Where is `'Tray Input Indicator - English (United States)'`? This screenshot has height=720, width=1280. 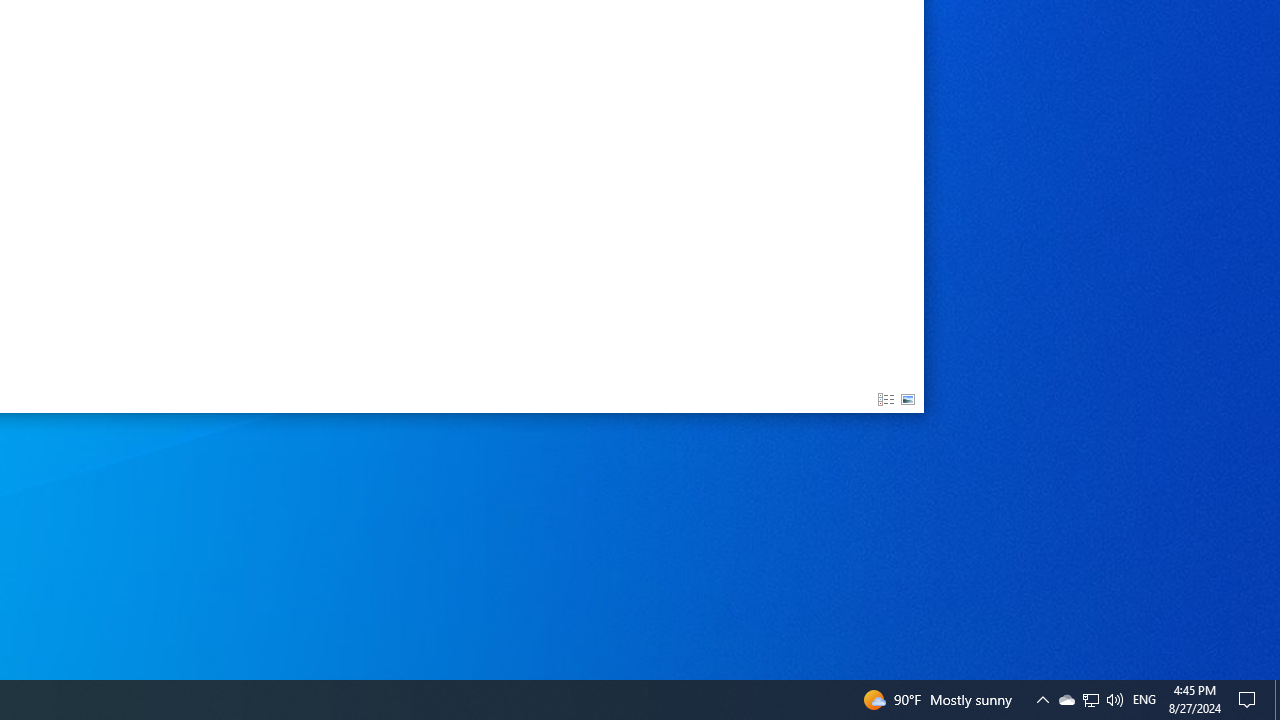 'Tray Input Indicator - English (United States)' is located at coordinates (1090, 698).